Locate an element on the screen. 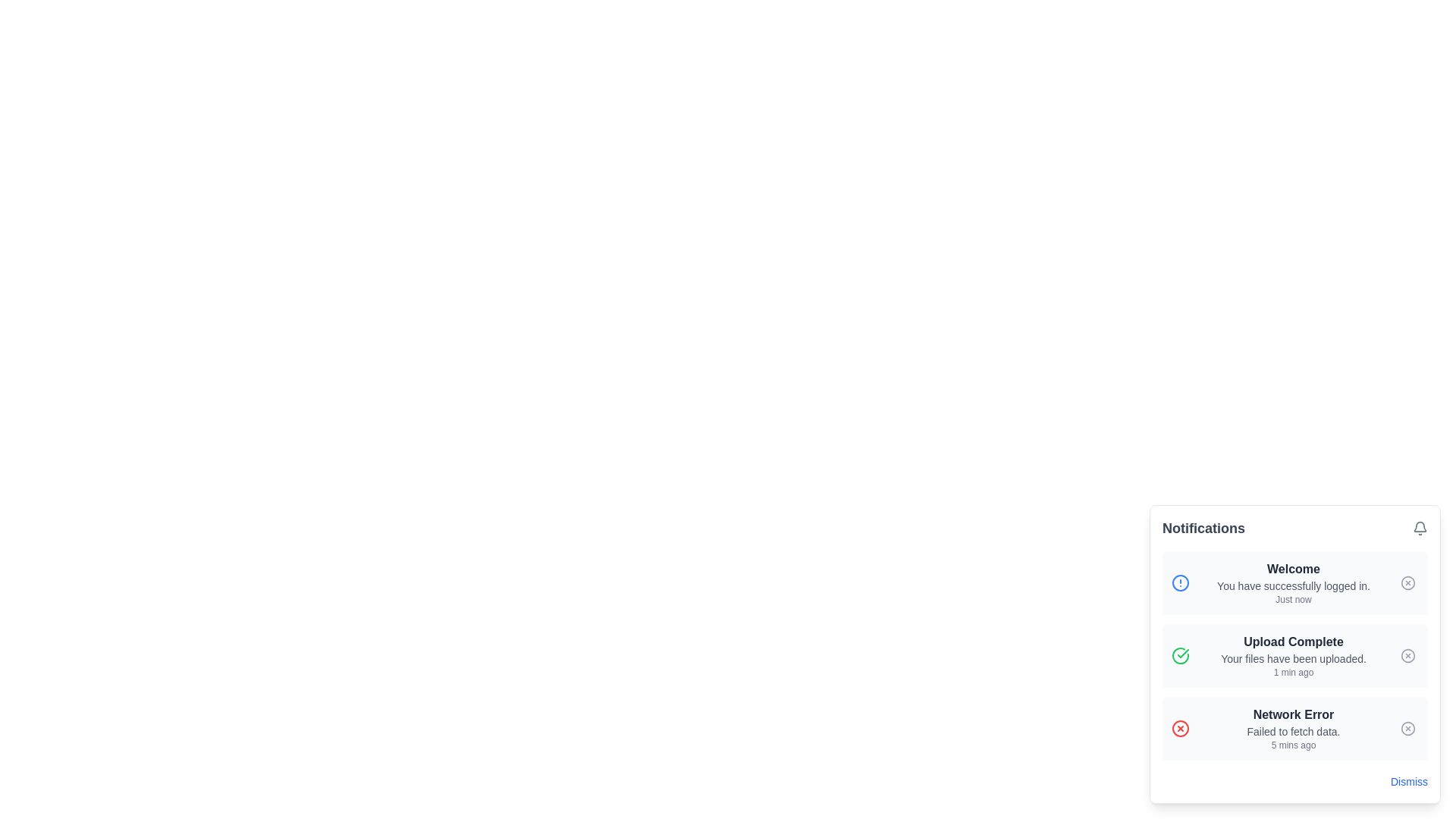 Image resolution: width=1456 pixels, height=819 pixels. the static text element indicating a network issue, which is the title of a notification message in the third notification block of the notification panel is located at coordinates (1292, 714).